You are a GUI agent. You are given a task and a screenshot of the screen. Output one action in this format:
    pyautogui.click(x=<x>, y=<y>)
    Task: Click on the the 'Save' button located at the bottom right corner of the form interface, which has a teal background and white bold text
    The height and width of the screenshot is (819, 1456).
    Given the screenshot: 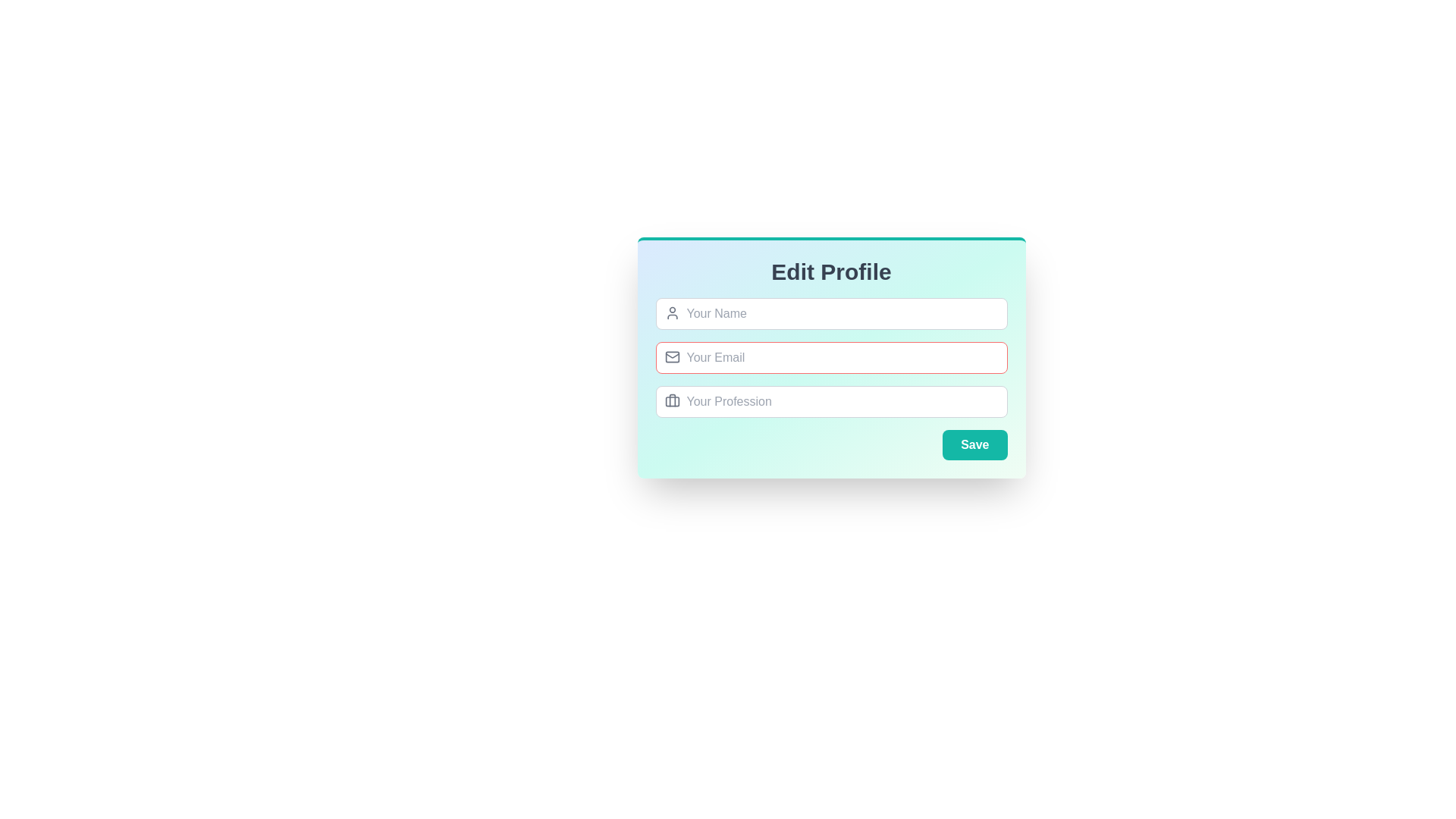 What is the action you would take?
    pyautogui.click(x=974, y=444)
    